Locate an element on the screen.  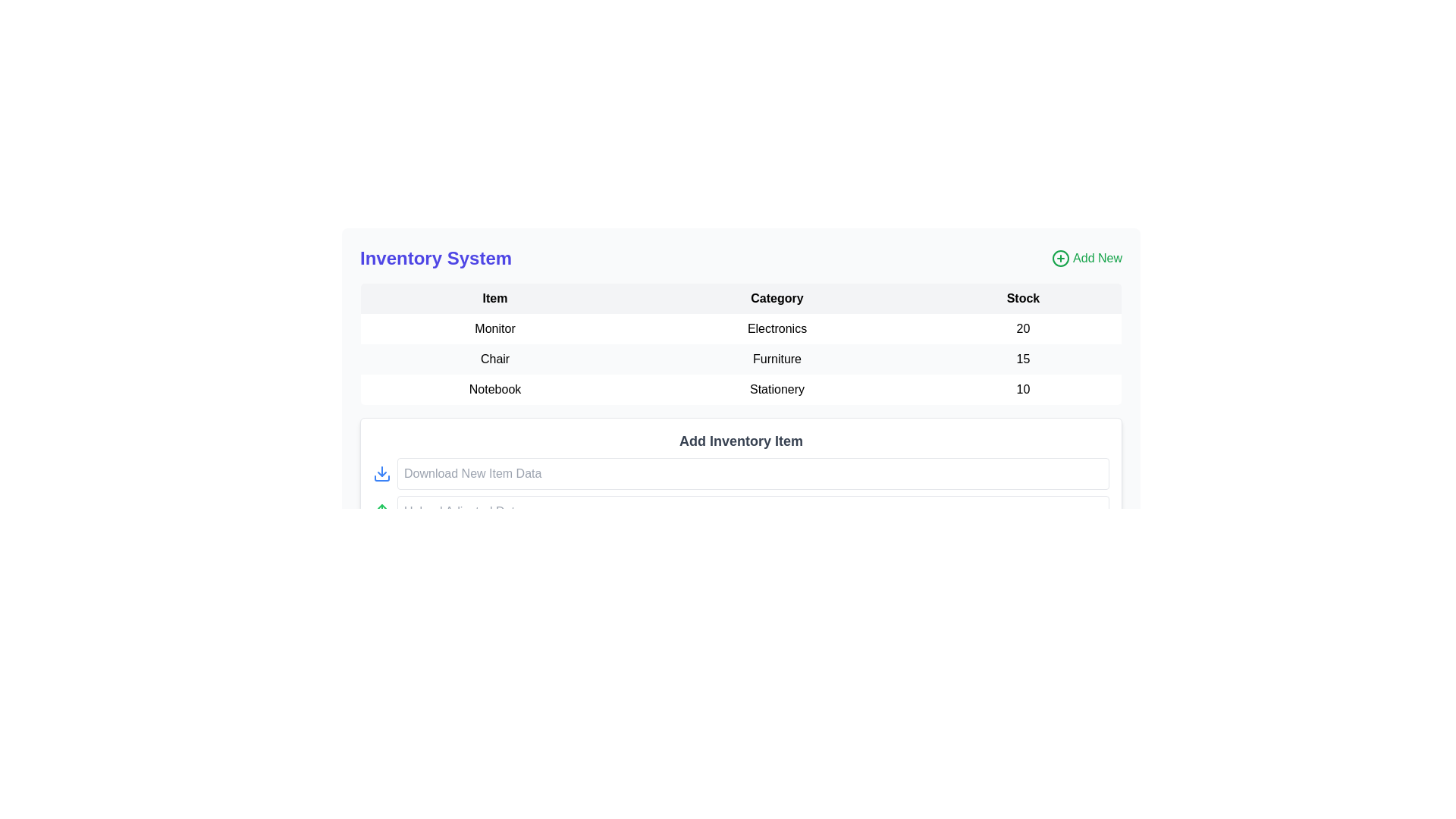
the text label that reads 'Add Inventory Item', which is displayed in bold and dark gray color, located in the center of a bordered and rounded rectangular section below the inventory list is located at coordinates (741, 441).